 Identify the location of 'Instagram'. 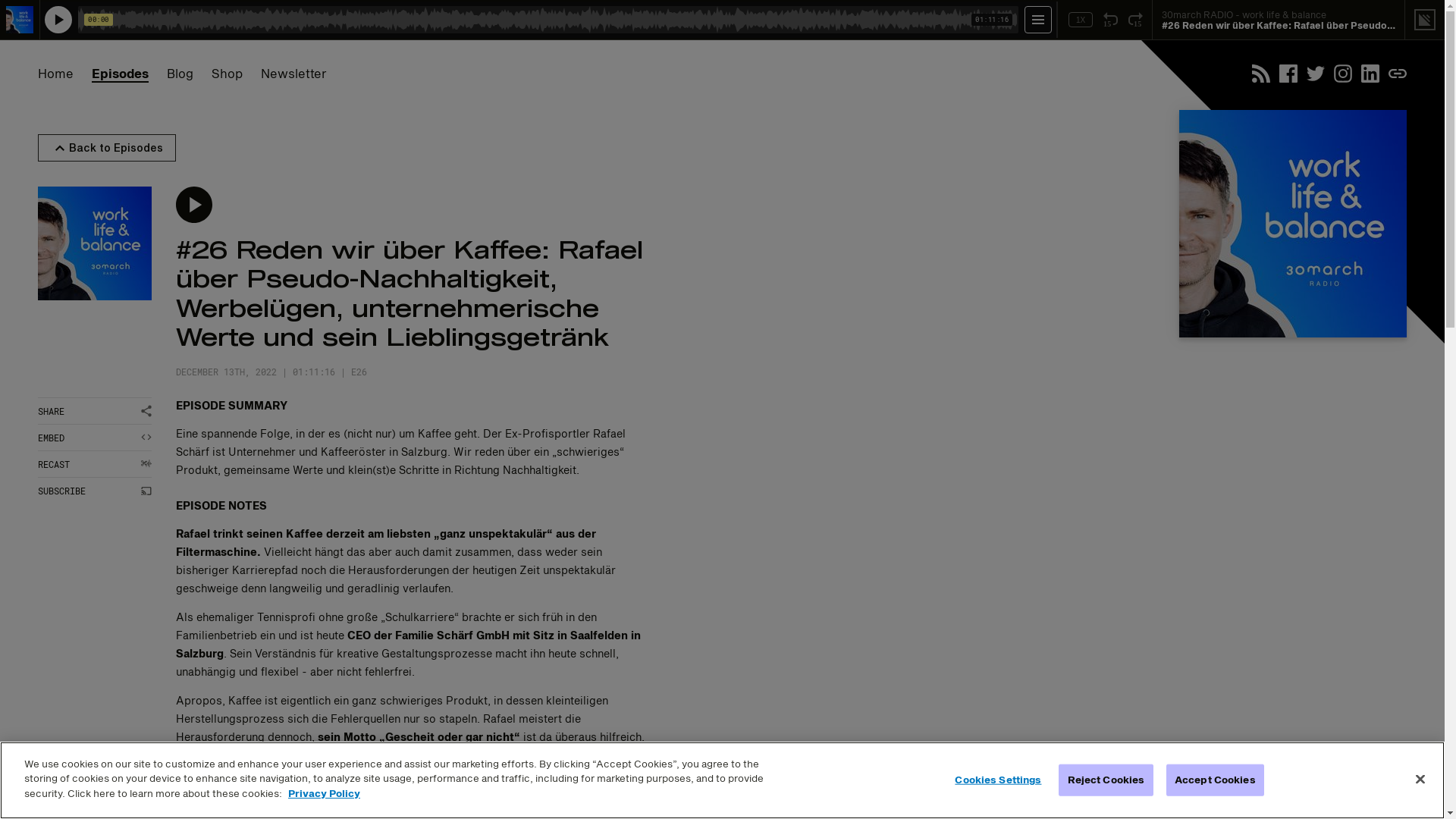
(1343, 73).